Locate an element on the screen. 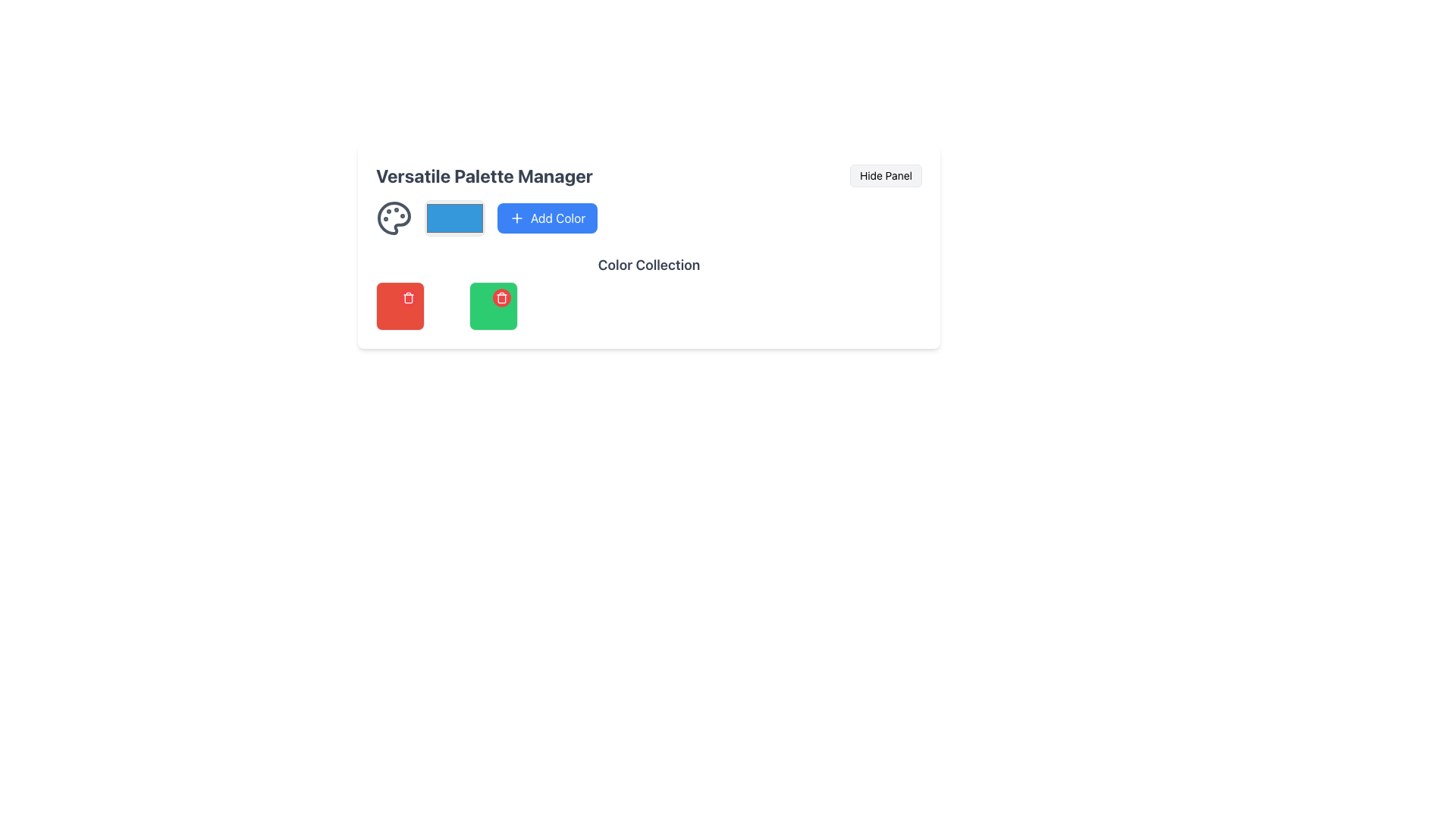  the gray painter's palette icon with circular holes in the 'Versatile Palette Manager' section is located at coordinates (394, 218).